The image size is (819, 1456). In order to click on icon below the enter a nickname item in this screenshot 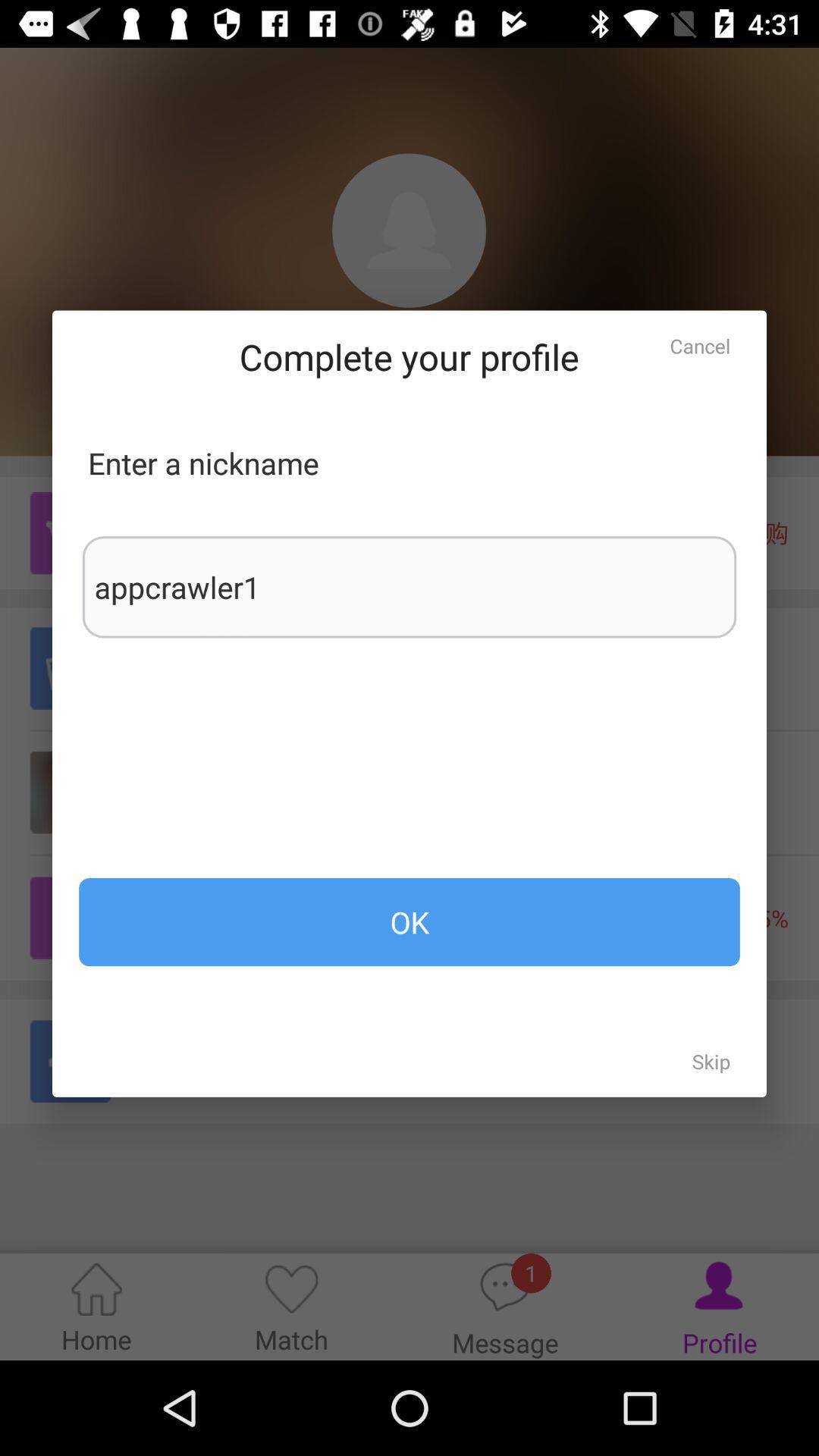, I will do `click(409, 586)`.